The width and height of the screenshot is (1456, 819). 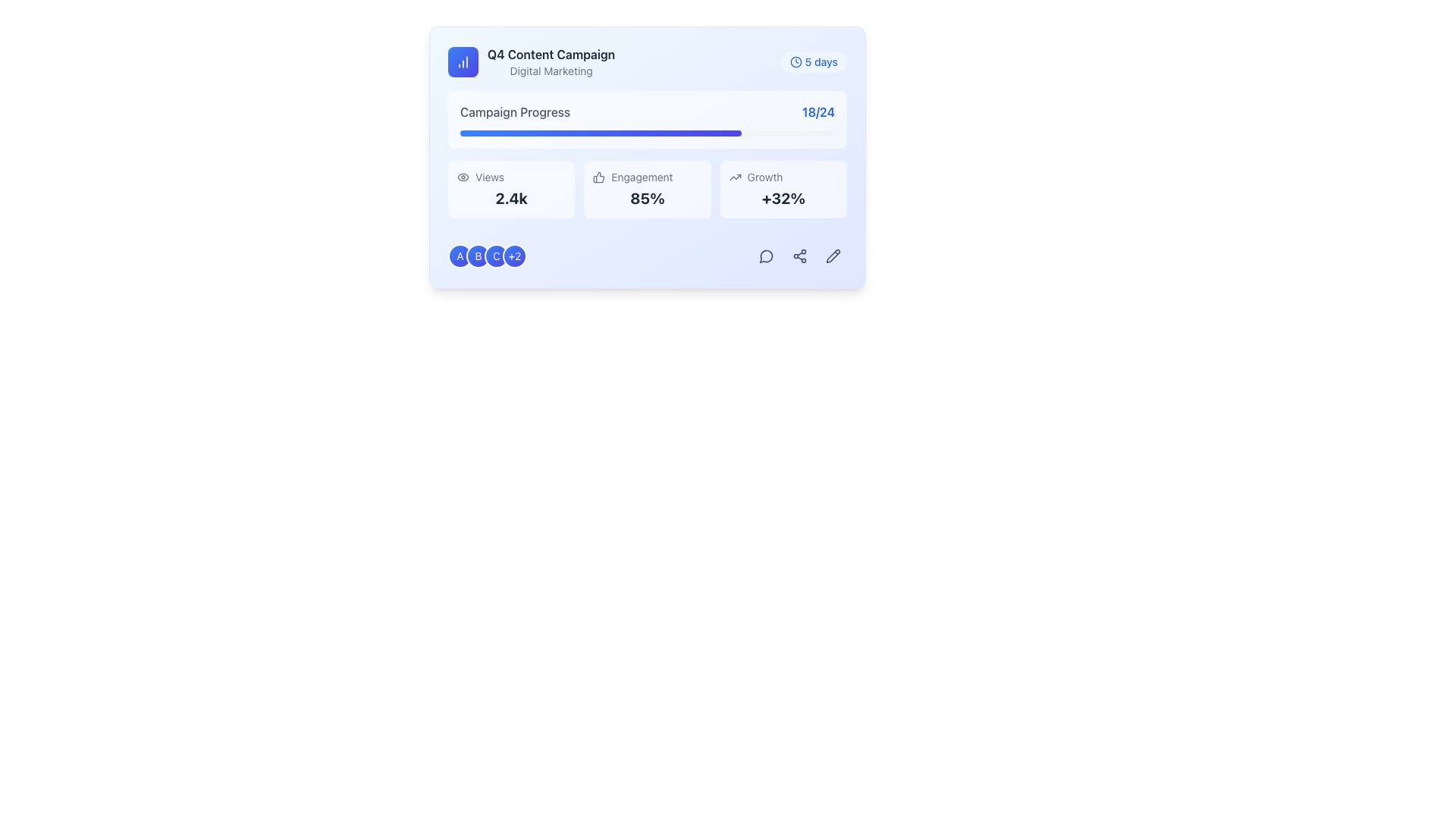 What do you see at coordinates (462, 177) in the screenshot?
I see `the eye-shaped icon located to the left of the 'Views' text label, which features a circular pupil and an elliptical outline` at bounding box center [462, 177].